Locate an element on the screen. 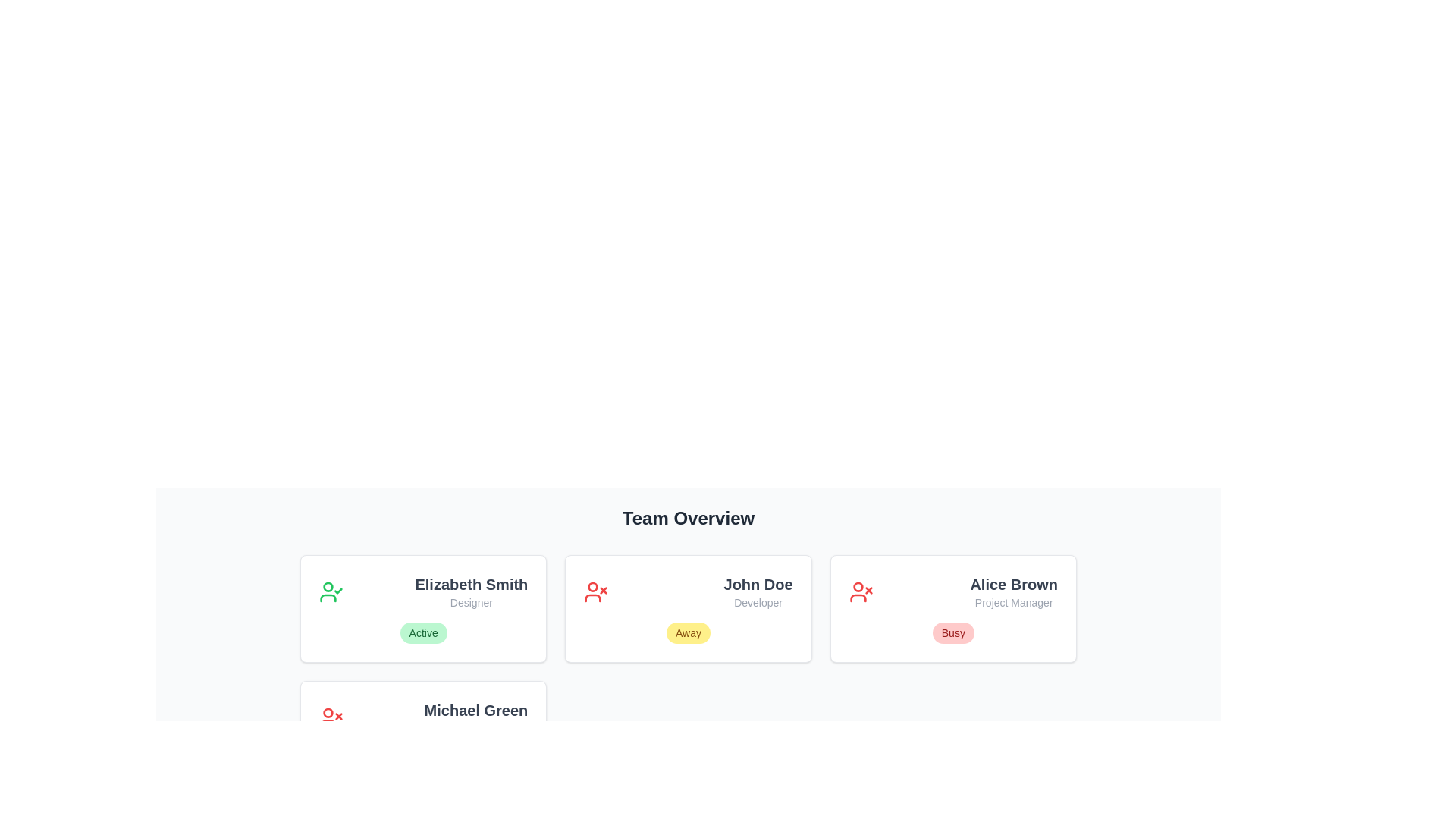 This screenshot has height=819, width=1456. the active status icon indicating user 'Elizabeth Smith', located to the left of her name and above the status badge reading 'Active' is located at coordinates (330, 591).